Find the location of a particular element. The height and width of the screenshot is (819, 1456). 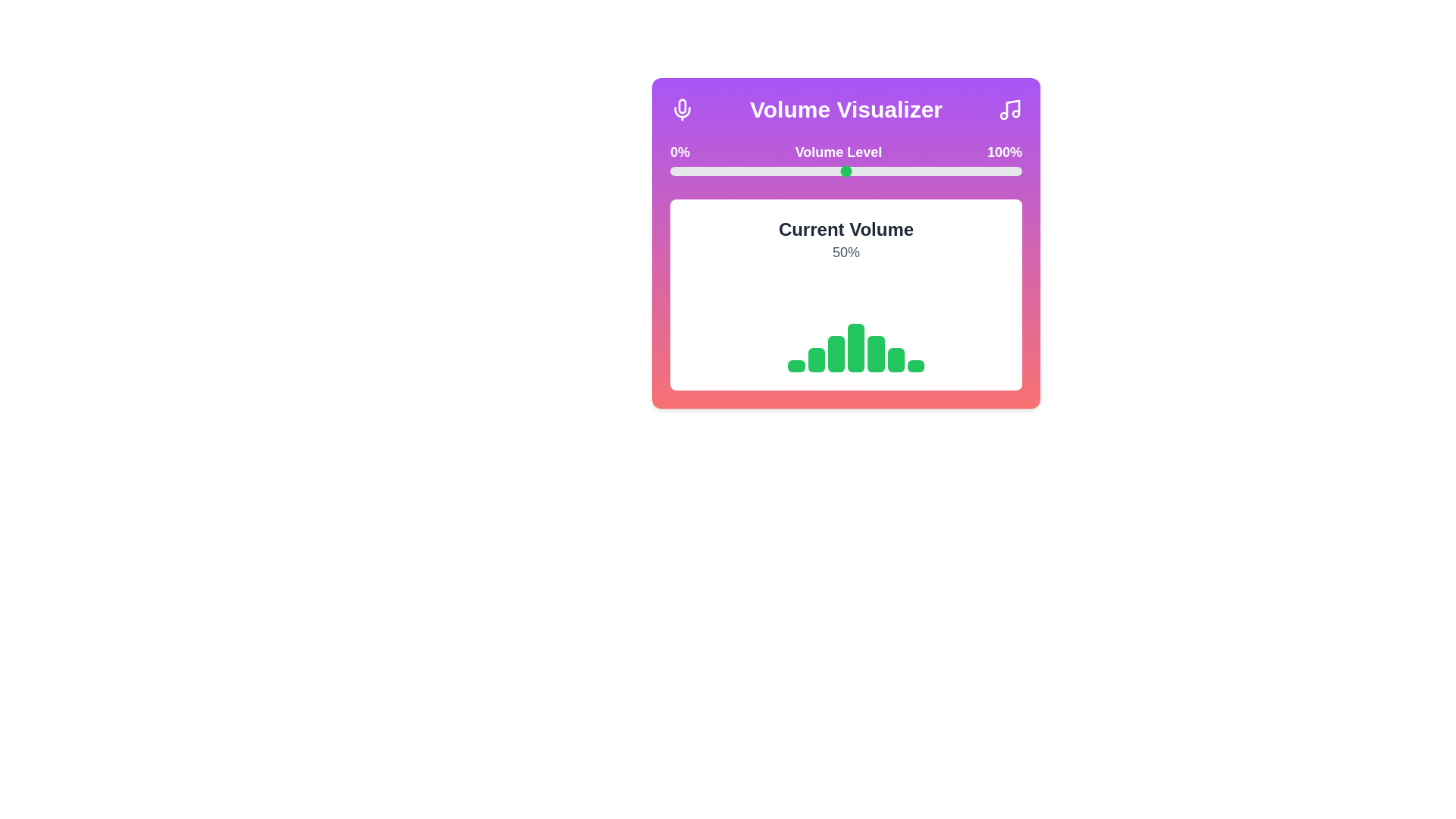

the volume slider to set the volume to 78% is located at coordinates (943, 171).